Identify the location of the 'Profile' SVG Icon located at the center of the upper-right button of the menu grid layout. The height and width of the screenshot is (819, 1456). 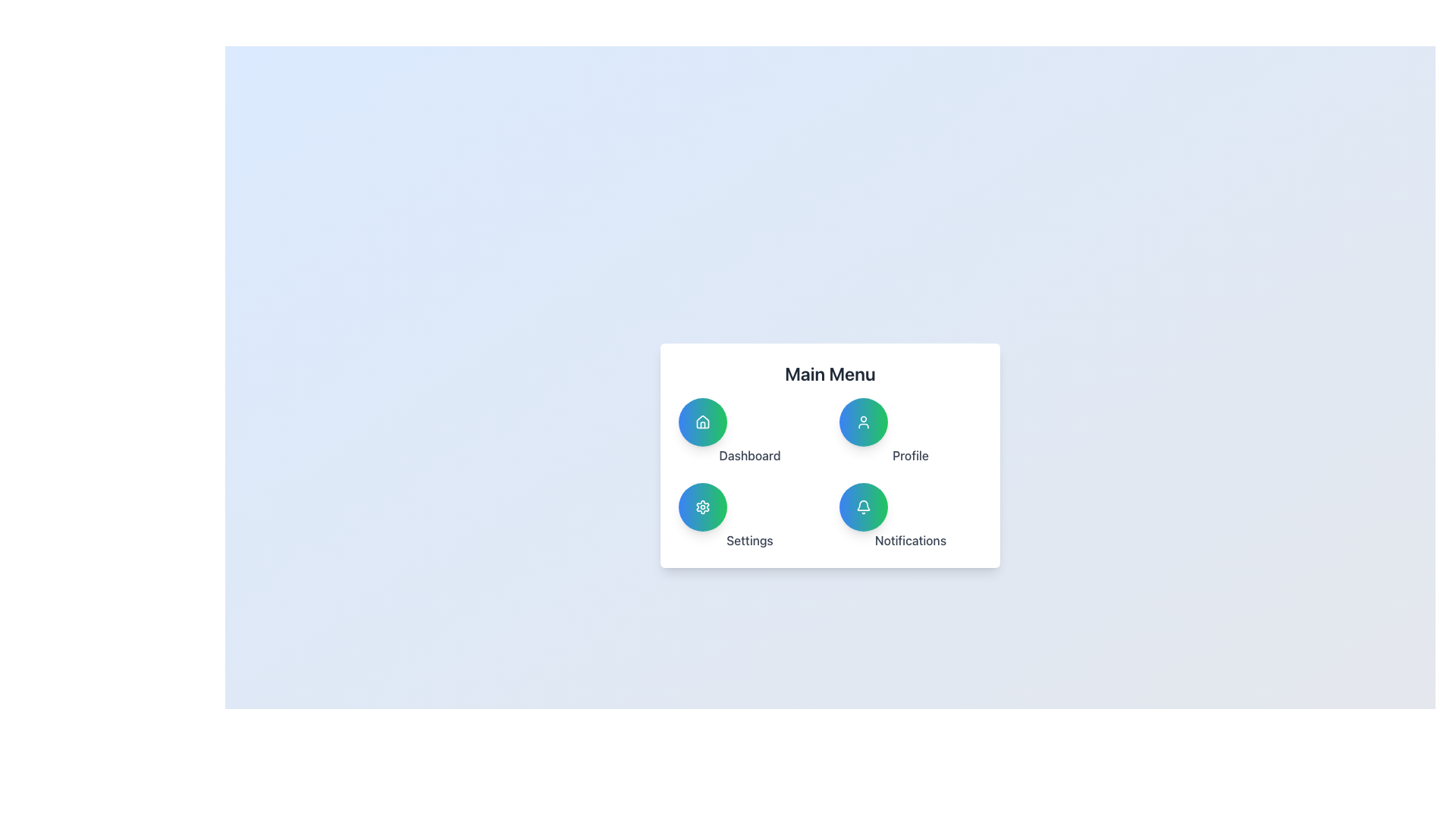
(863, 422).